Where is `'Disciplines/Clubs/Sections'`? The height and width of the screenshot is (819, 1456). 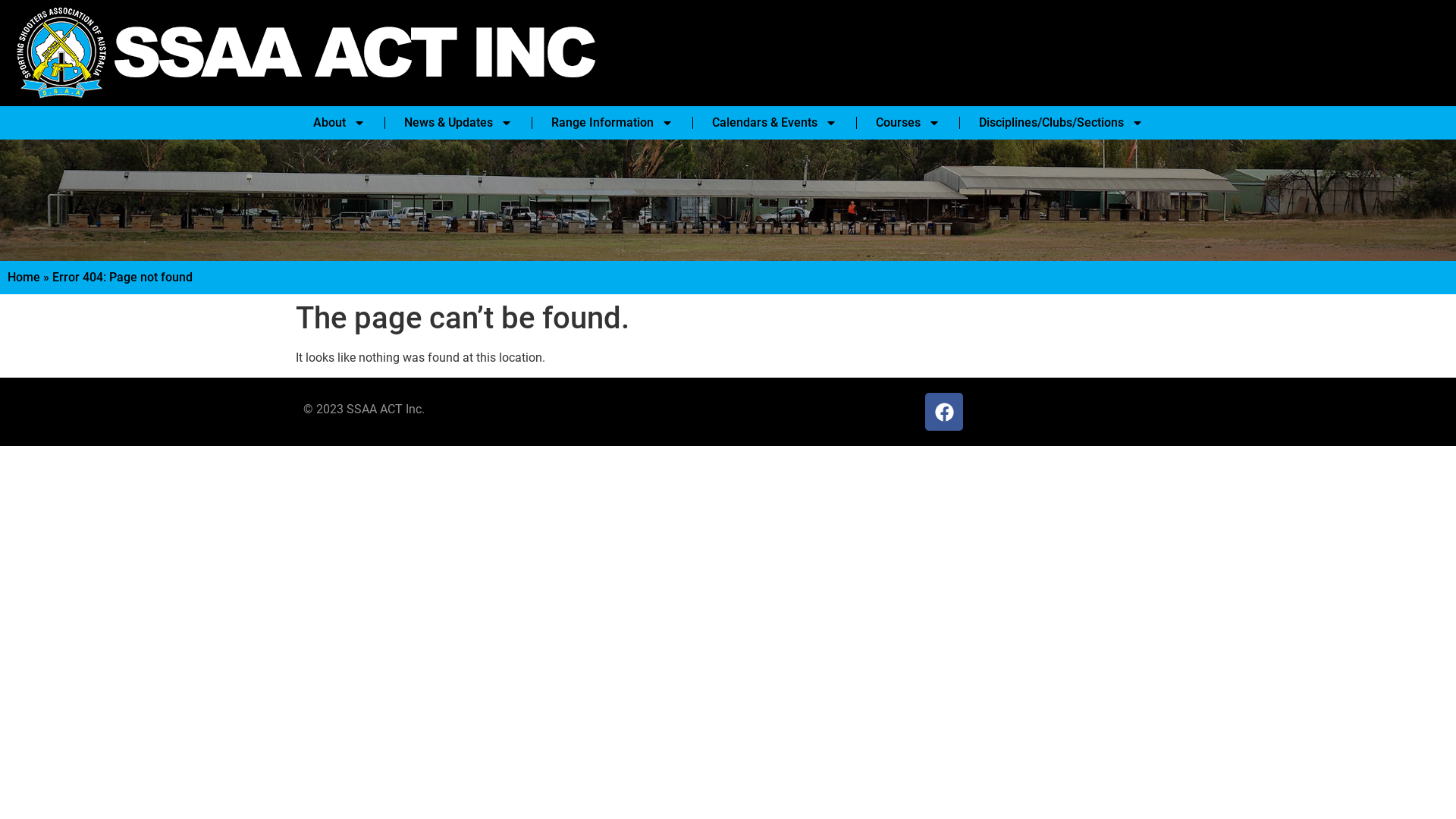
'Disciplines/Clubs/Sections' is located at coordinates (962, 122).